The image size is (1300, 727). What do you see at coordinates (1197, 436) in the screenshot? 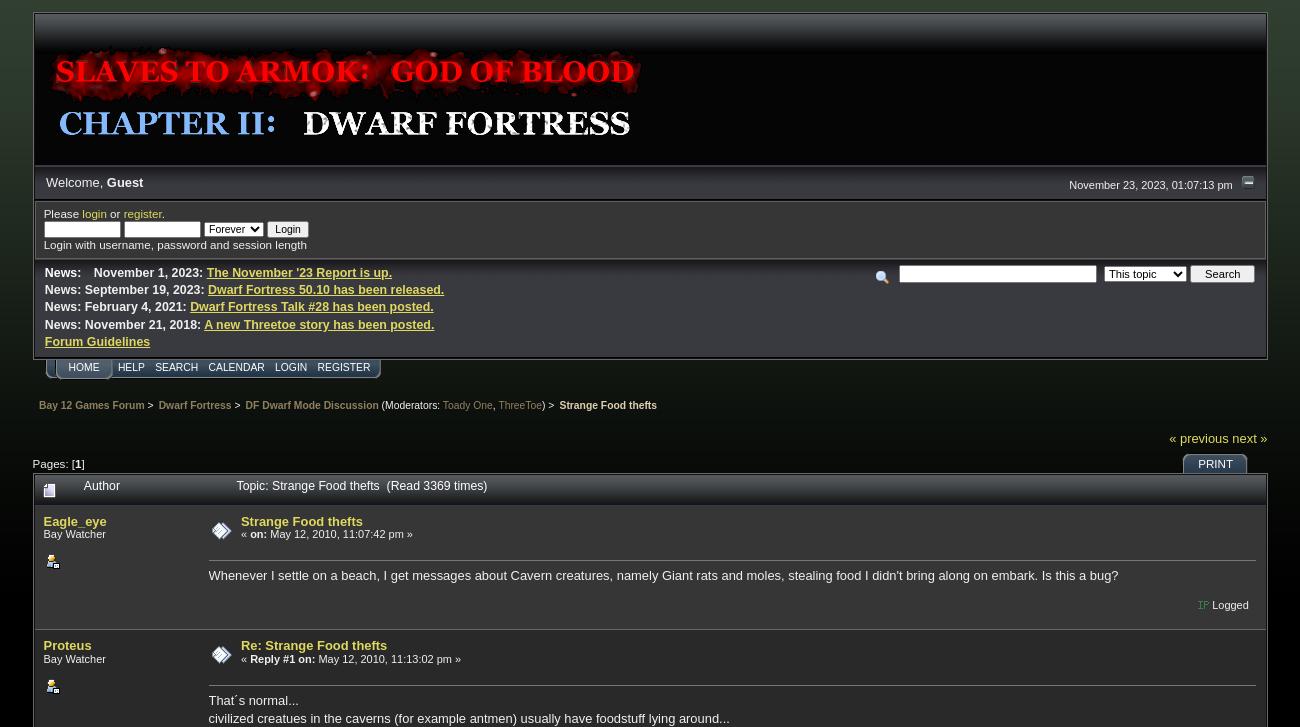
I see `'« previous'` at bounding box center [1197, 436].